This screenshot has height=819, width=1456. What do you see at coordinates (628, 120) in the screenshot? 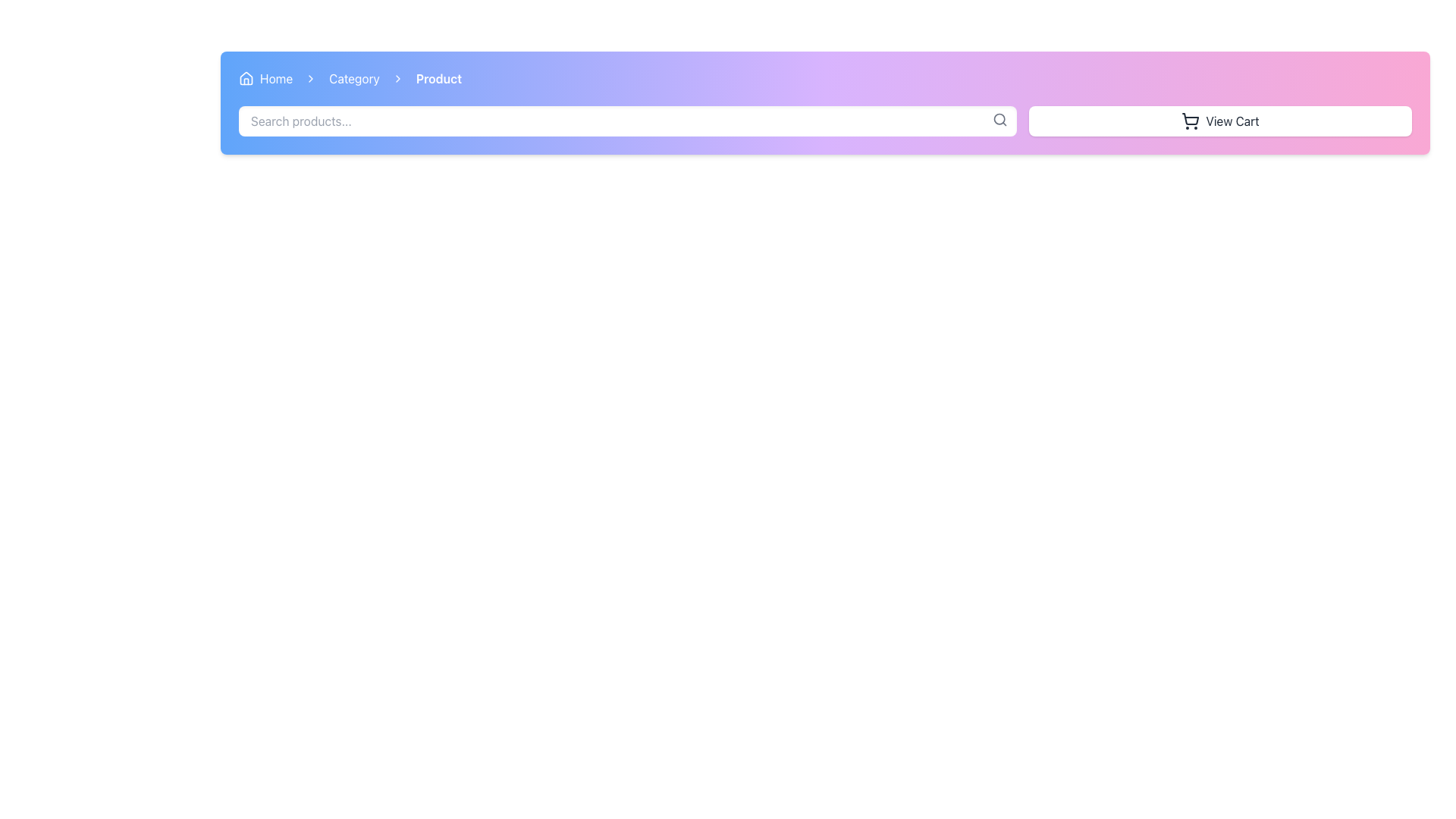
I see `the input area of the Search Bar, which is a horizontally elongated rectangular bar with a gradient blue-to-pink background, to focus on the input field labeled 'Search products...'` at bounding box center [628, 120].